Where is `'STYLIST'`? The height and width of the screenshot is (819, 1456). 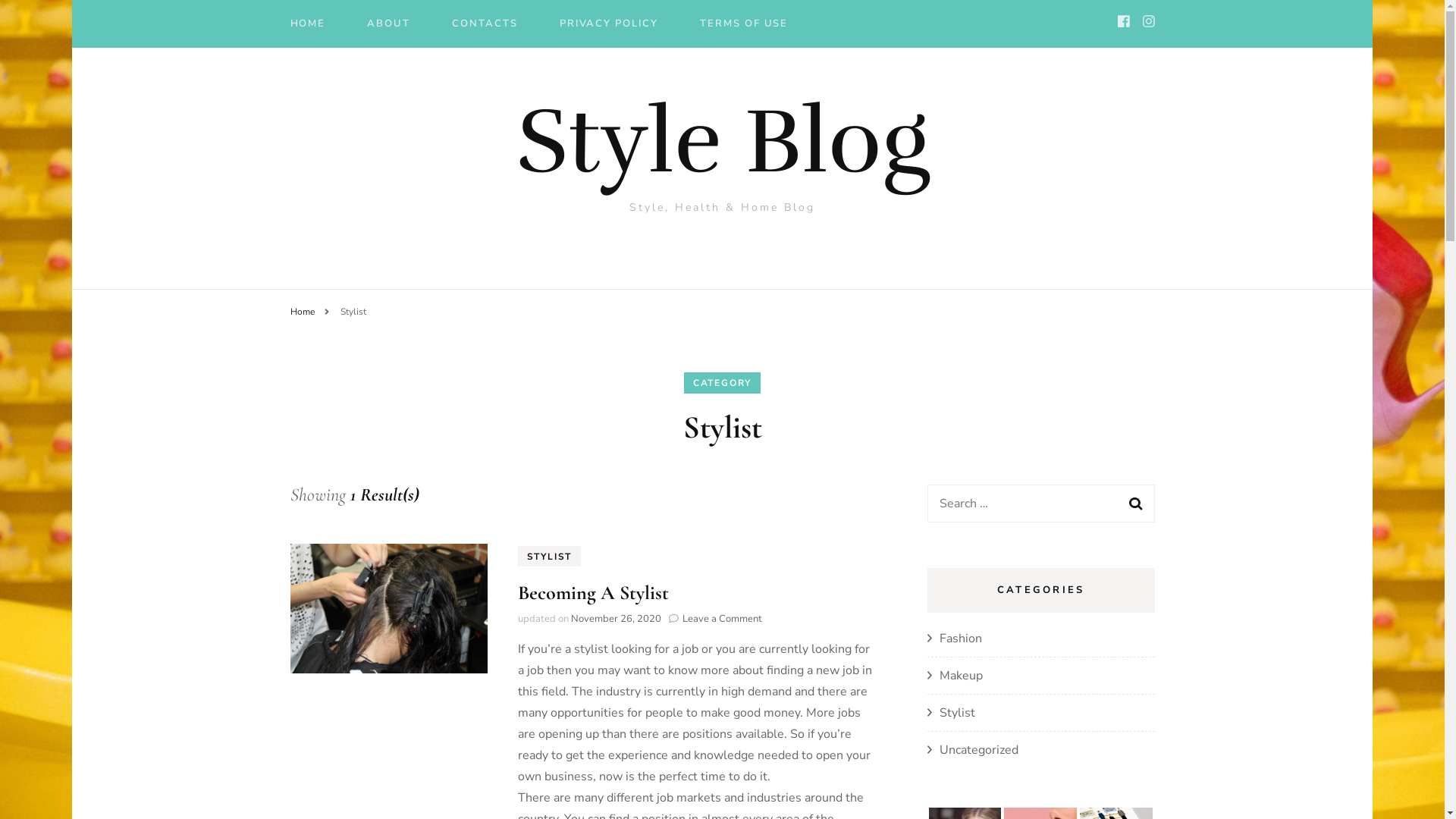
'STYLIST' is located at coordinates (548, 556).